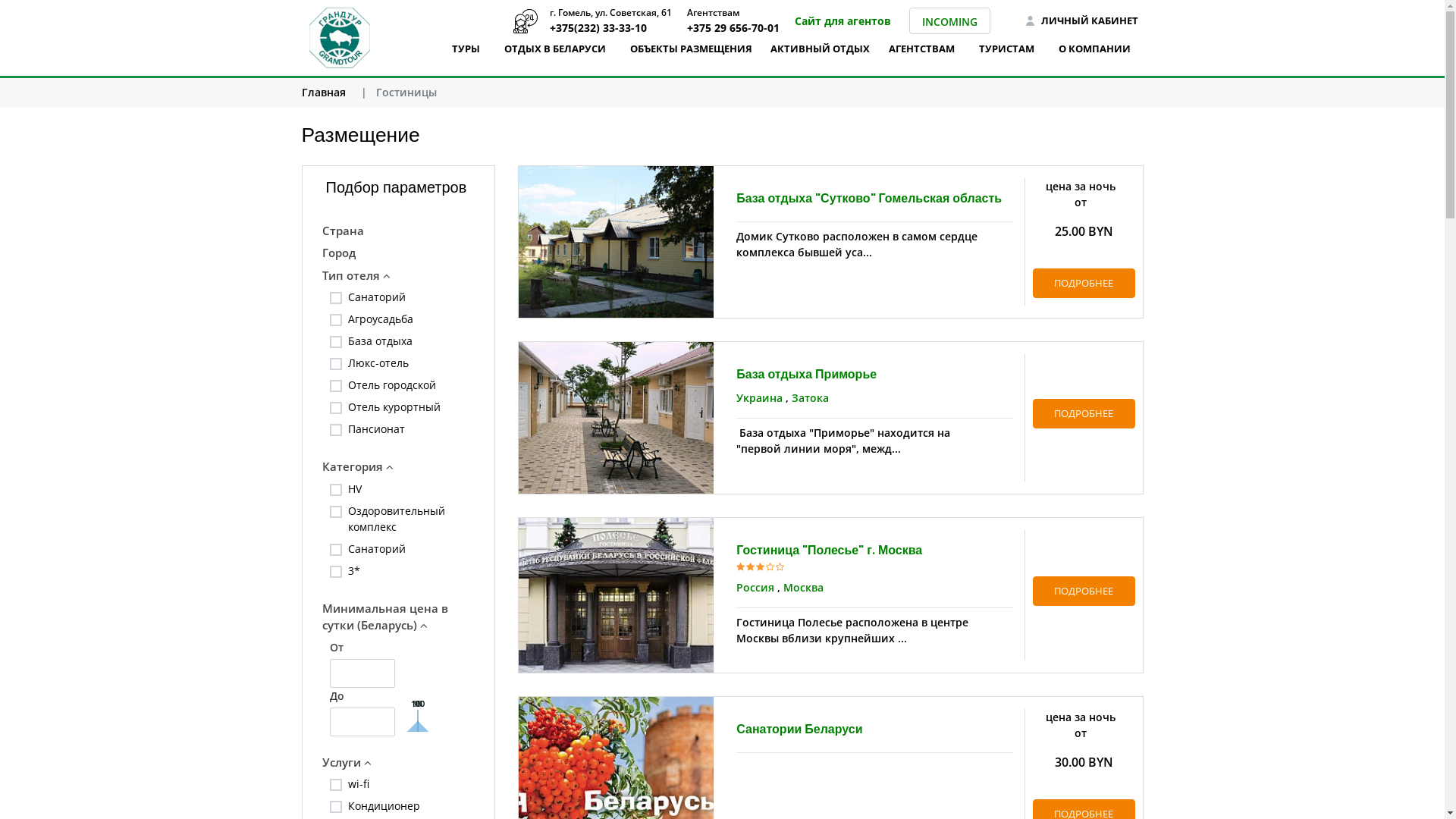 Image resolution: width=1456 pixels, height=819 pixels. What do you see at coordinates (949, 21) in the screenshot?
I see `'INCOMING'` at bounding box center [949, 21].